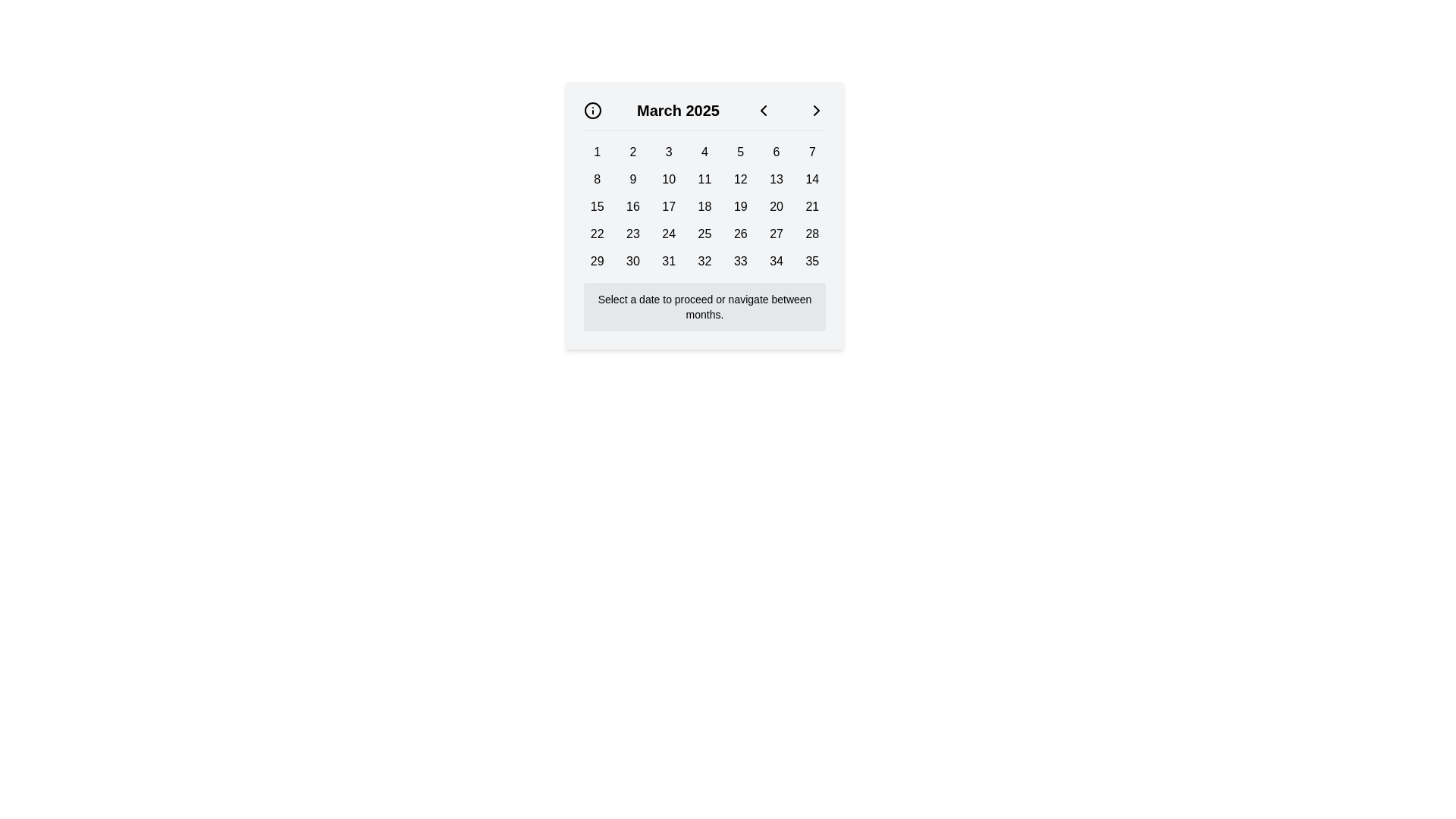 The width and height of the screenshot is (1456, 819). Describe the element at coordinates (592, 110) in the screenshot. I see `the information button located to the left of the text 'March 2025' in the calendar header` at that location.